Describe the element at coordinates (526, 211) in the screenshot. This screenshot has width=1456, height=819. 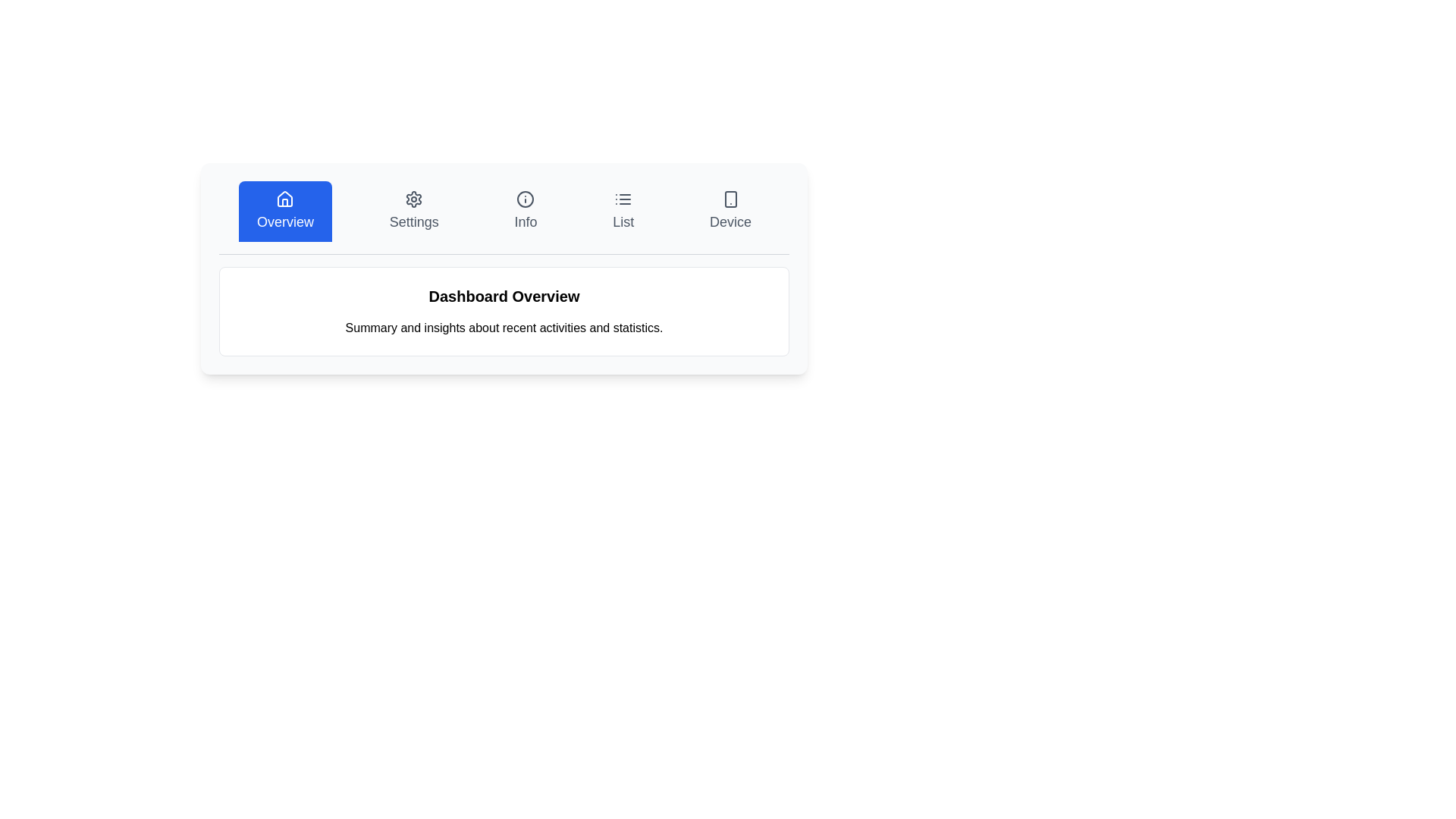
I see `the 'Info' button located in the navigation bar, which is the third button from the left` at that location.